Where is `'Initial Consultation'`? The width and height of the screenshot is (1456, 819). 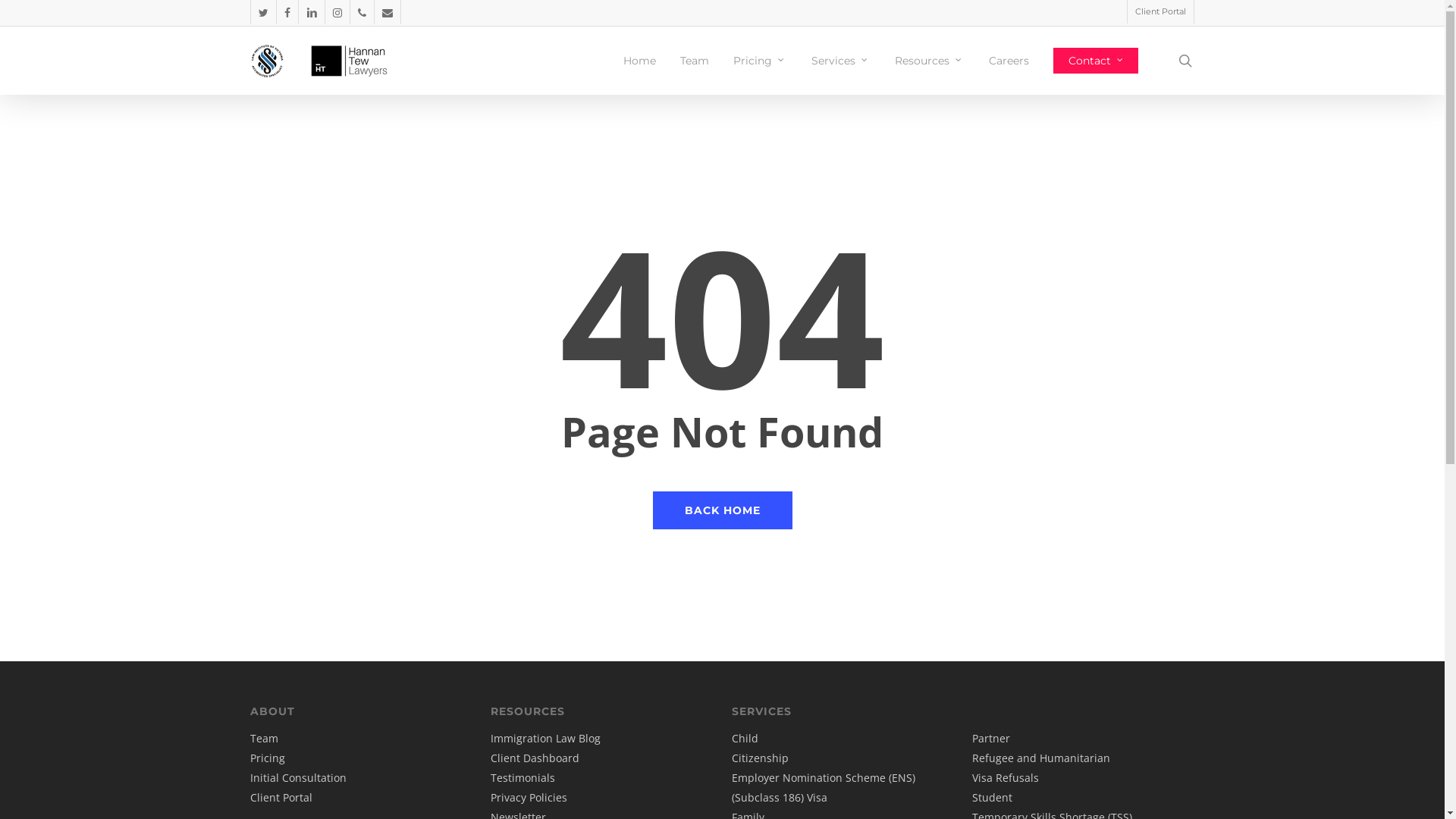
'Initial Consultation' is located at coordinates (250, 777).